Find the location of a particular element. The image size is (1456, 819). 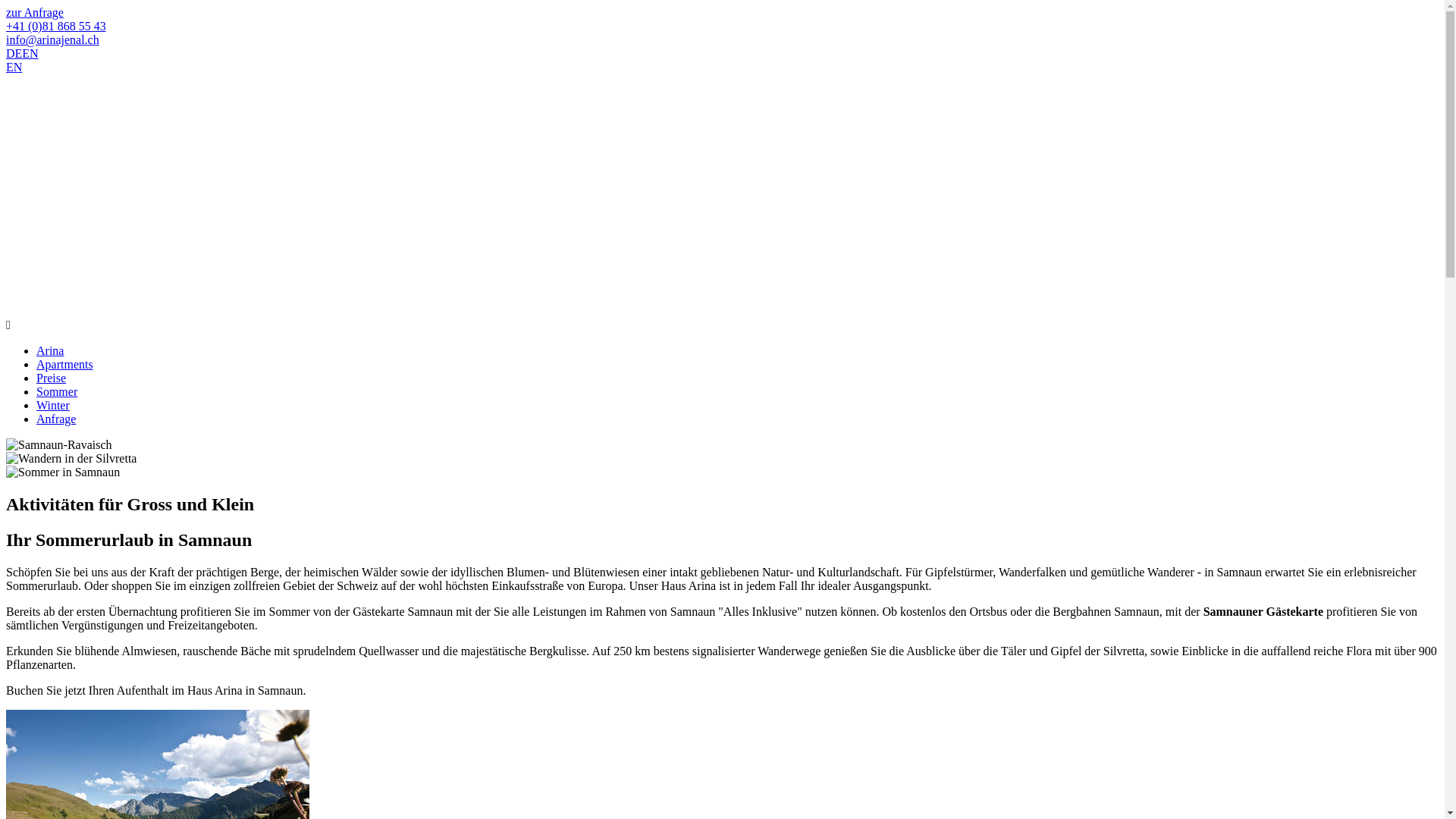

'DE' is located at coordinates (6, 52).